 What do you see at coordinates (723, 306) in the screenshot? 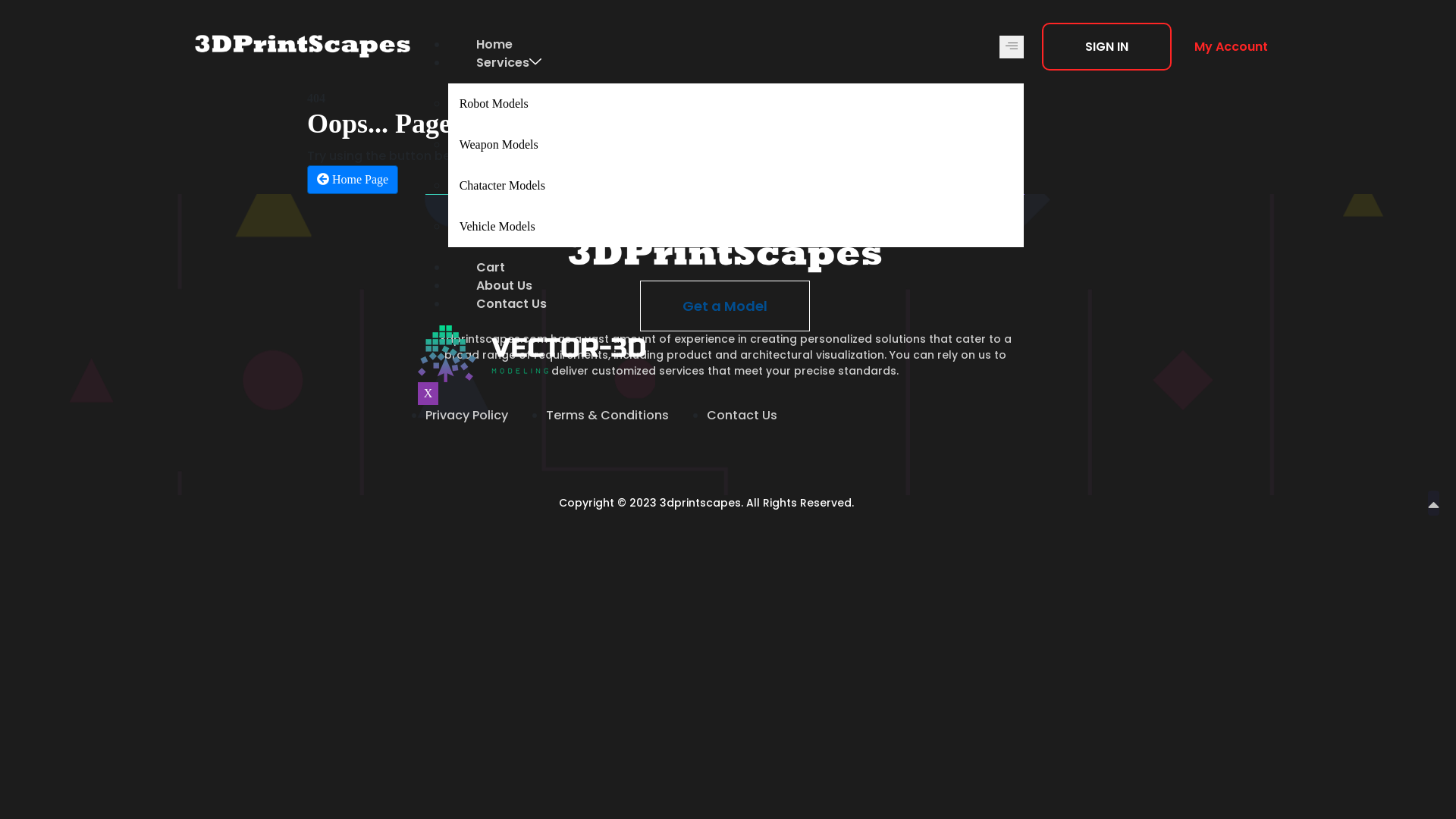
I see `'Get a Model'` at bounding box center [723, 306].